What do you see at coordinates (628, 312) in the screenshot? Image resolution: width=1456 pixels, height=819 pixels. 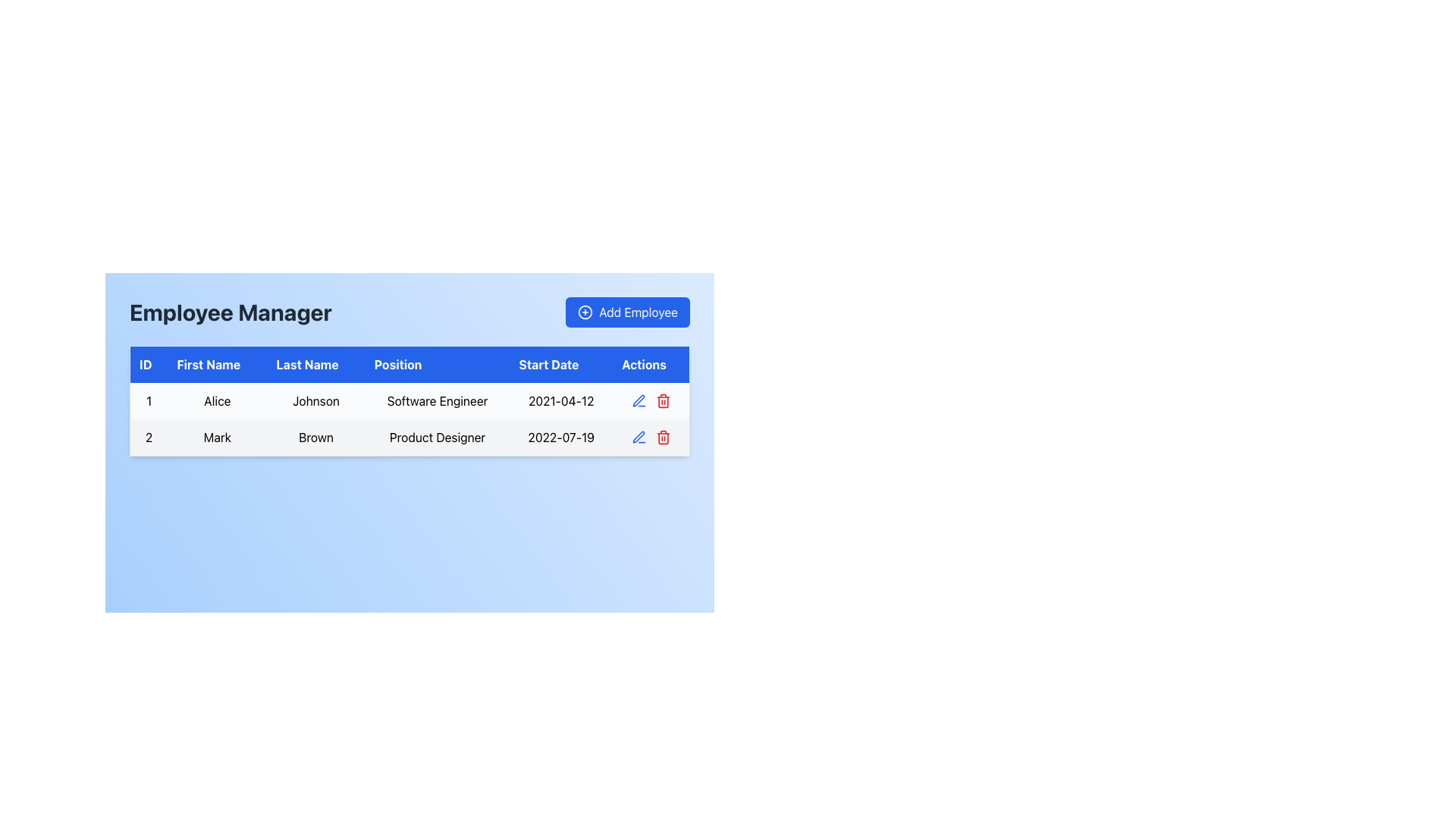 I see `the 'Add Employee' button, which is a dark blue rectangular button with white text and a plus icon, located in the top-right corner of the 'Employee Manager' bar` at bounding box center [628, 312].